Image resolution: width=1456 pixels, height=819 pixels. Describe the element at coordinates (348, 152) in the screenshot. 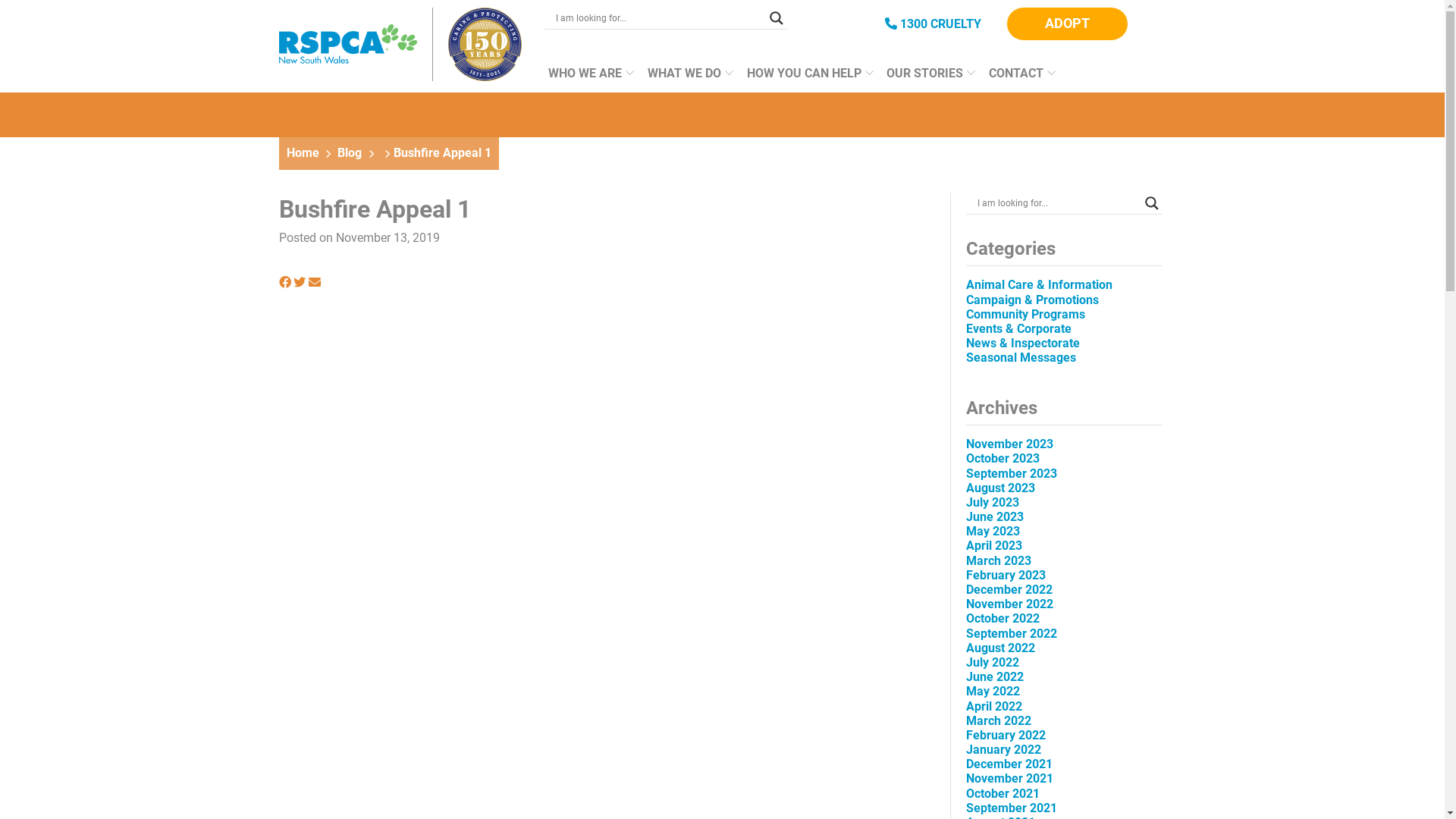

I see `'Blog'` at that location.